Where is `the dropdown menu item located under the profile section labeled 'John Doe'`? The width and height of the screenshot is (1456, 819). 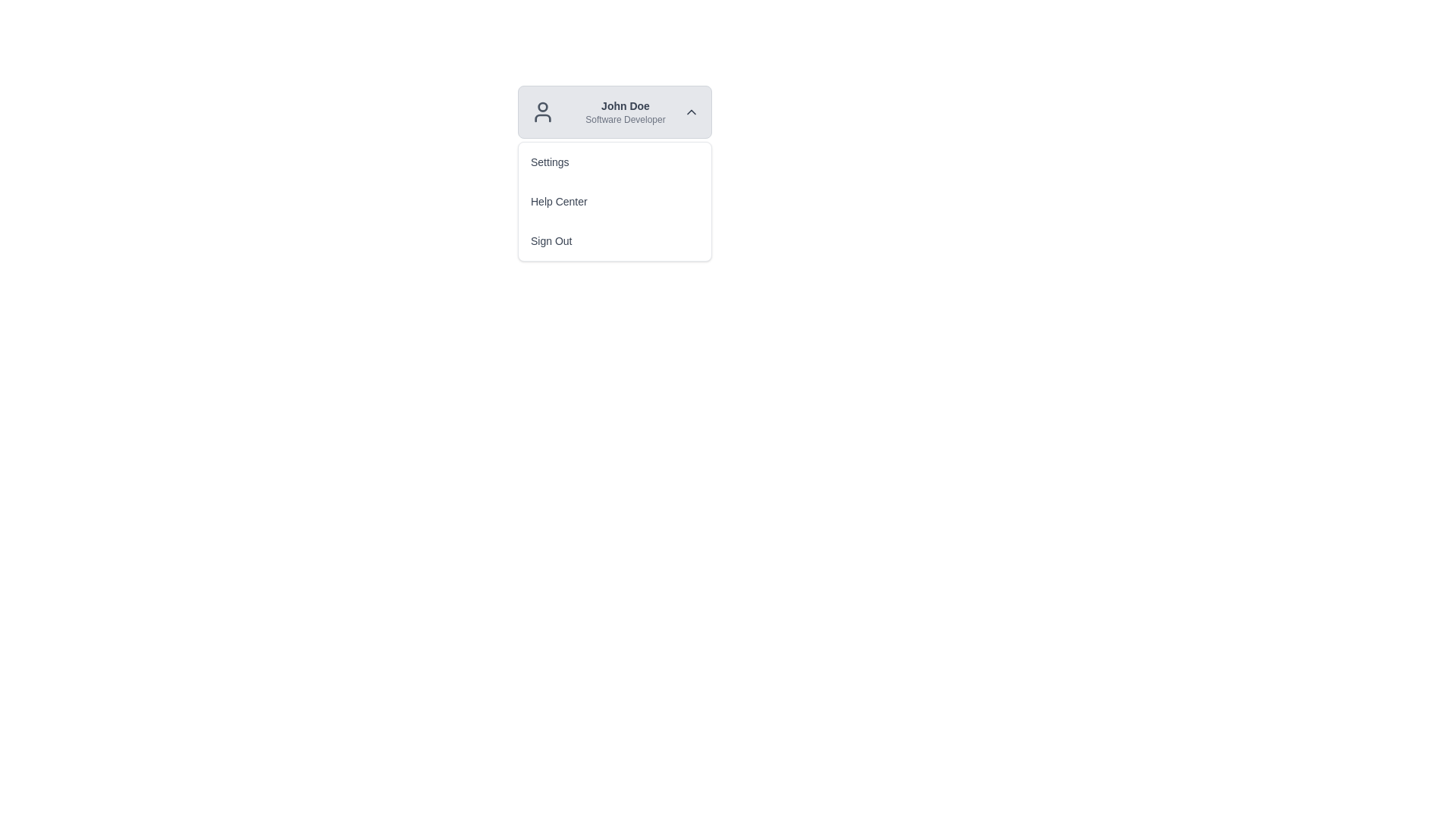
the dropdown menu item located under the profile section labeled 'John Doe' is located at coordinates (615, 201).